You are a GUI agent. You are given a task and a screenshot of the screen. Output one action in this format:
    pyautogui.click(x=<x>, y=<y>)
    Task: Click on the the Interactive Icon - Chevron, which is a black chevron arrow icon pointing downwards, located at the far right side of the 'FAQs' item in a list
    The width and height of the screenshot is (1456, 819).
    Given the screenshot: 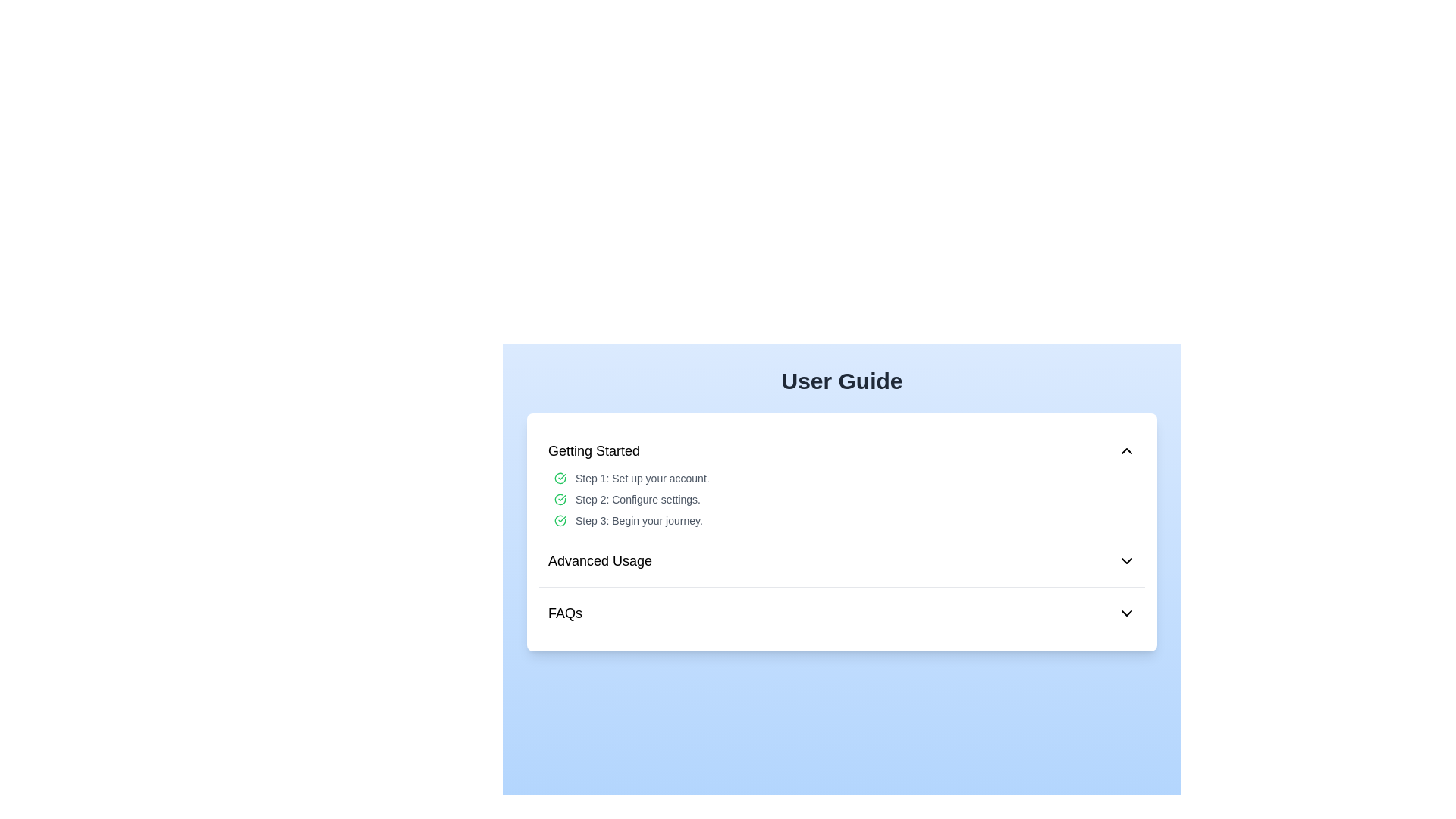 What is the action you would take?
    pyautogui.click(x=1127, y=613)
    